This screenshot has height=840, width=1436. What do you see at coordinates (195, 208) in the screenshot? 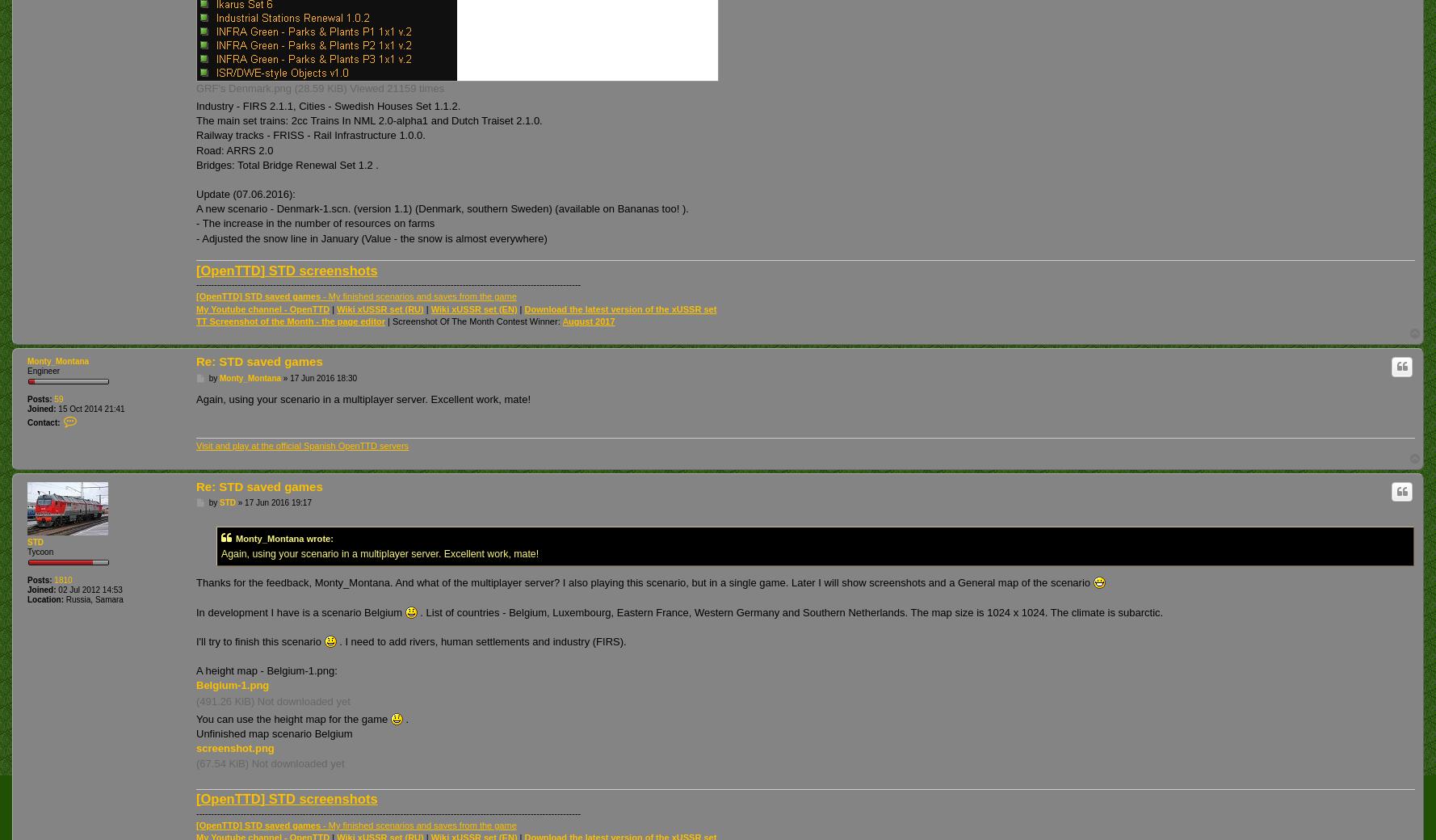
I see `'A new scenario - Denmark-1.scn. (version 1.1) (Denmark, southern Sweden) (available on Bananas too! ).'` at bounding box center [195, 208].